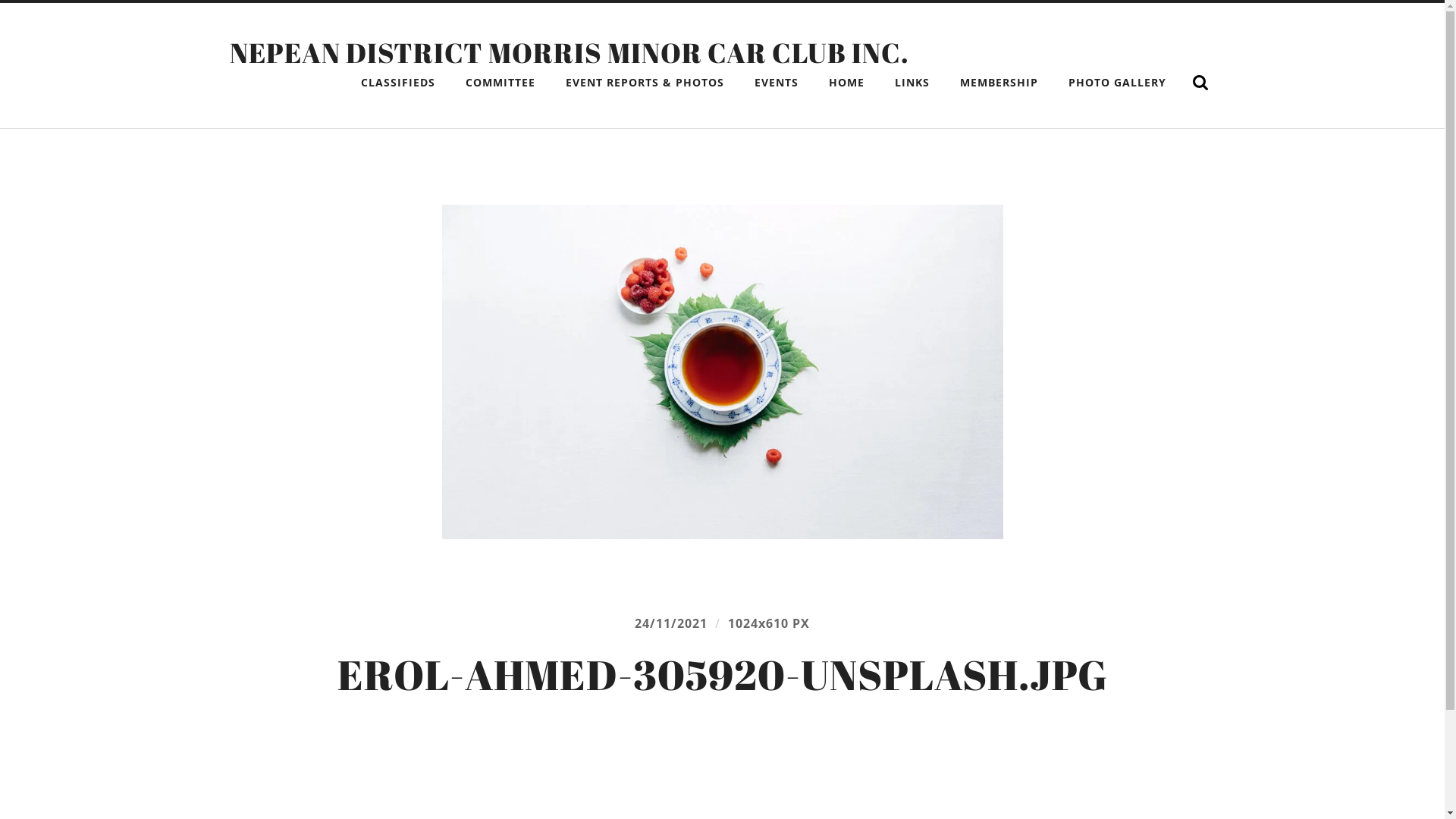 The image size is (1456, 819). I want to click on 'PHOTO GALLERY', so click(1117, 82).